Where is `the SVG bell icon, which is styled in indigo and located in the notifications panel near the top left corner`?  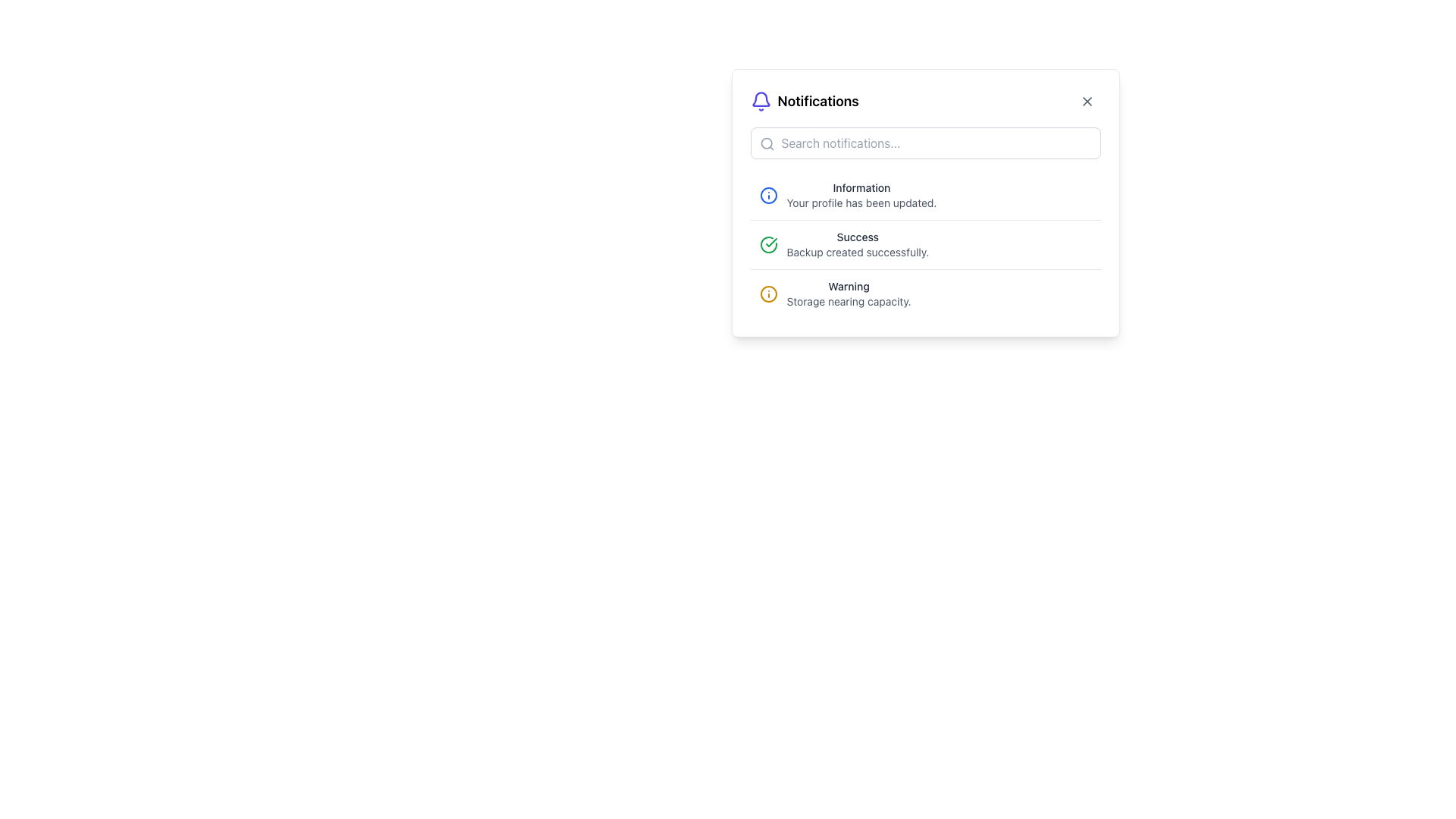
the SVG bell icon, which is styled in indigo and located in the notifications panel near the top left corner is located at coordinates (761, 99).